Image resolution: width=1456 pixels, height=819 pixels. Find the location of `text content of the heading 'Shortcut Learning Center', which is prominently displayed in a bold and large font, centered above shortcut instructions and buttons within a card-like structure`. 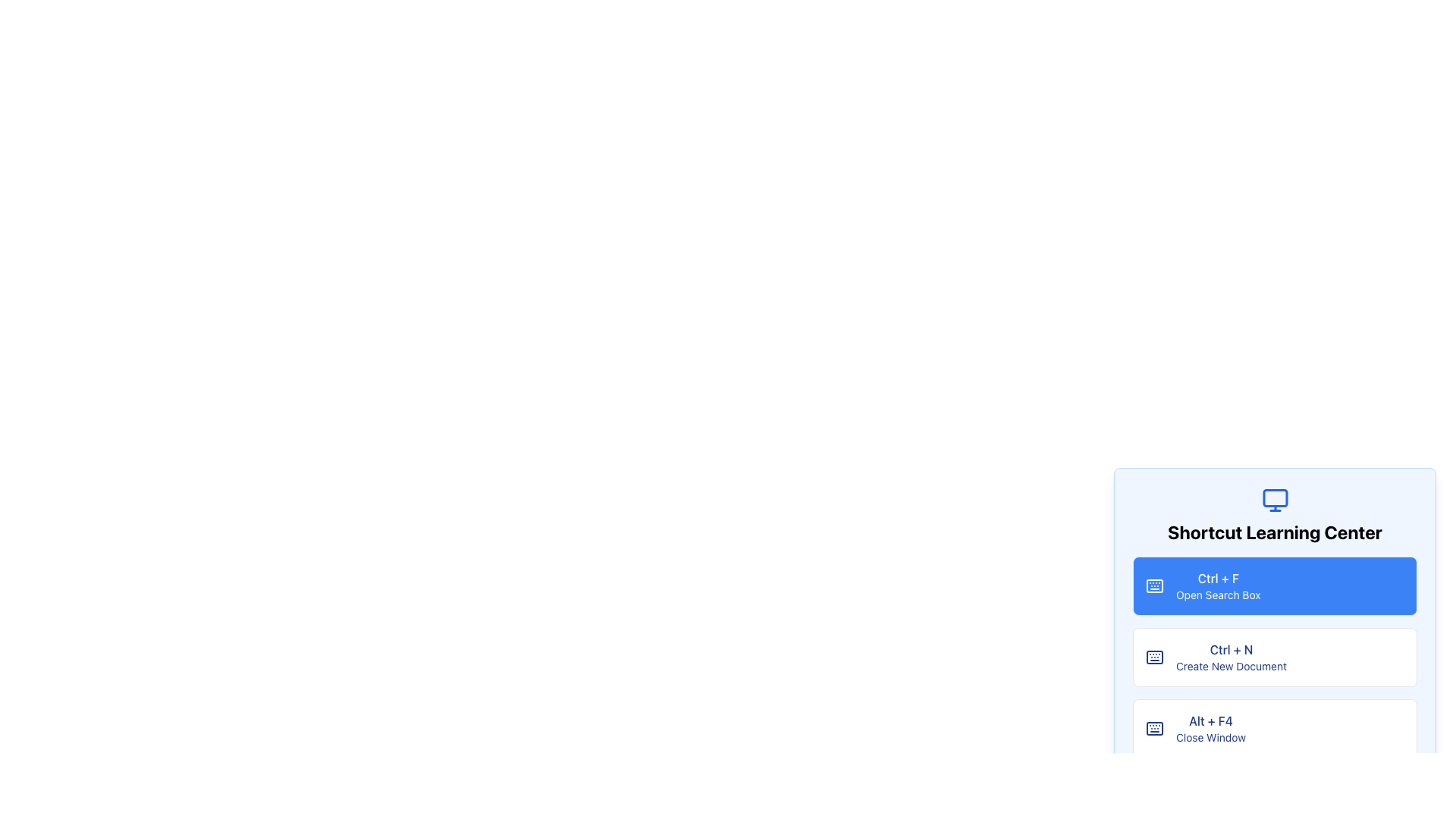

text content of the heading 'Shortcut Learning Center', which is prominently displayed in a bold and large font, centered above shortcut instructions and buttons within a card-like structure is located at coordinates (1274, 514).